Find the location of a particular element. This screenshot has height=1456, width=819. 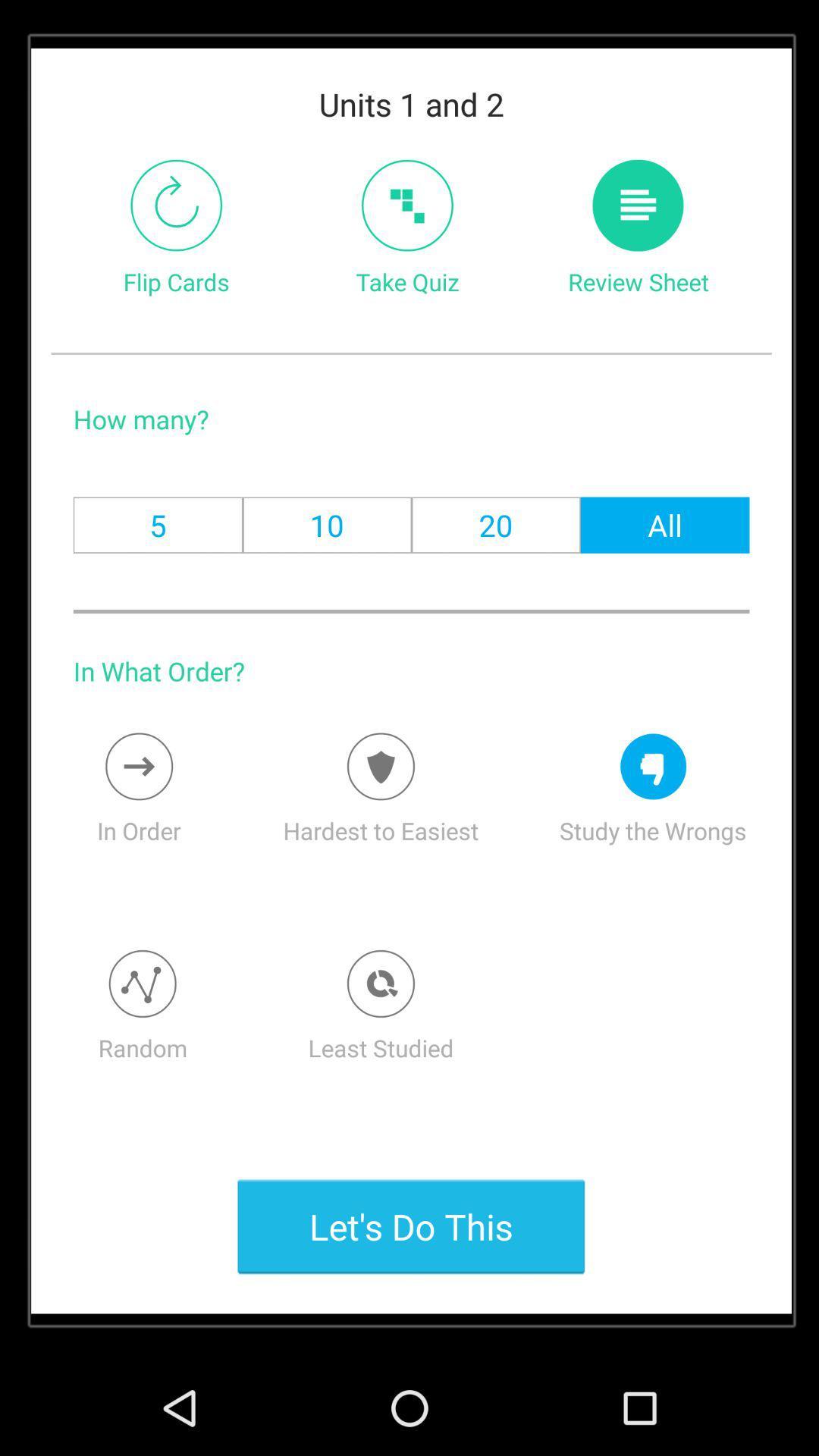

the item below the units 1 and is located at coordinates (406, 205).